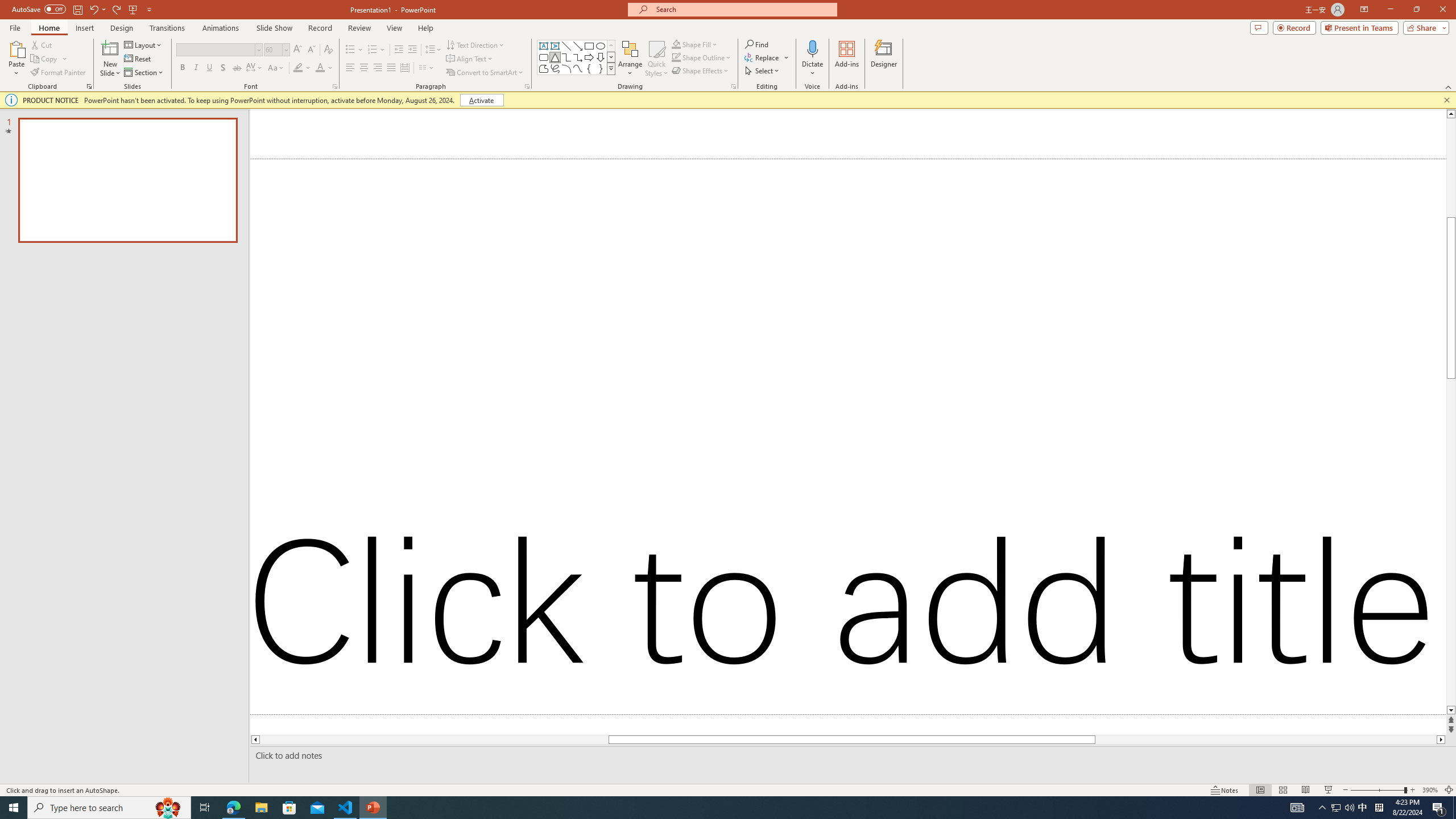  What do you see at coordinates (470, 59) in the screenshot?
I see `'Align Text'` at bounding box center [470, 59].